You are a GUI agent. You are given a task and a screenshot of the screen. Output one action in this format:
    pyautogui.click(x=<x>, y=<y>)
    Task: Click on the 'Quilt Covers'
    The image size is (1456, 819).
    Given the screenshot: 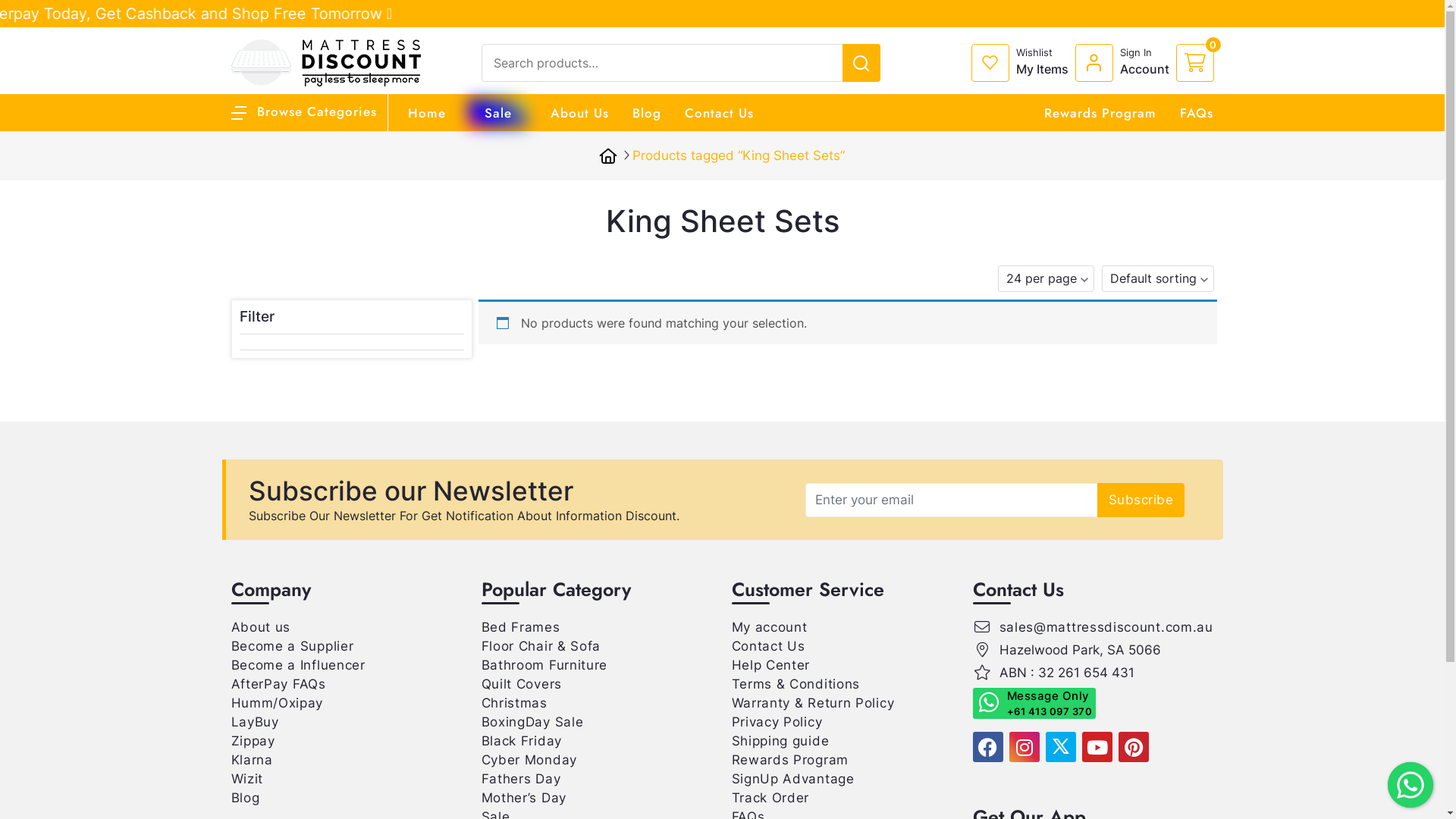 What is the action you would take?
    pyautogui.click(x=520, y=684)
    